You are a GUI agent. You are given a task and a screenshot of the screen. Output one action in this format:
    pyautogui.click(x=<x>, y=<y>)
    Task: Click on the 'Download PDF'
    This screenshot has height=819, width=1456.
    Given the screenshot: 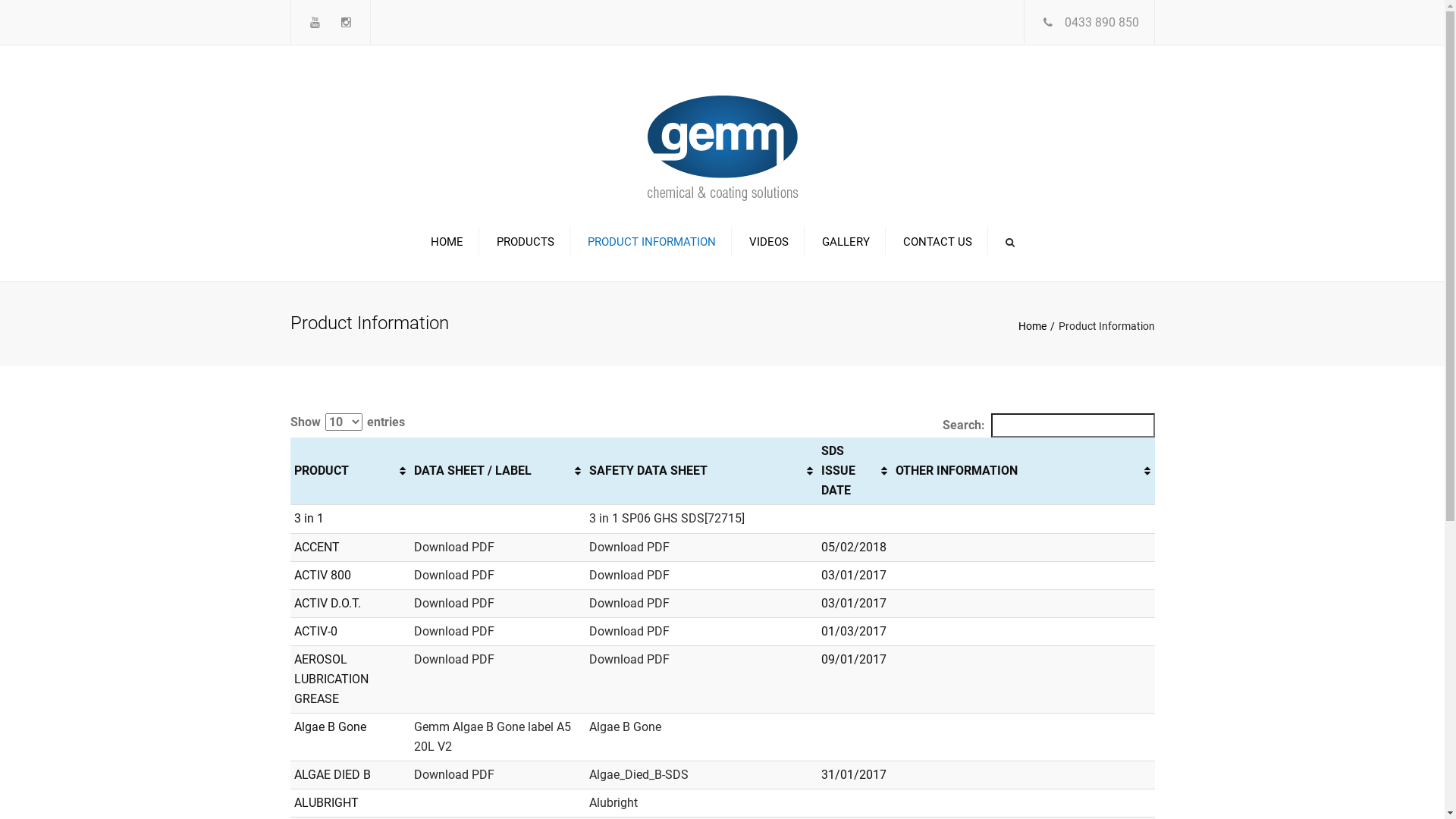 What is the action you would take?
    pyautogui.click(x=453, y=575)
    